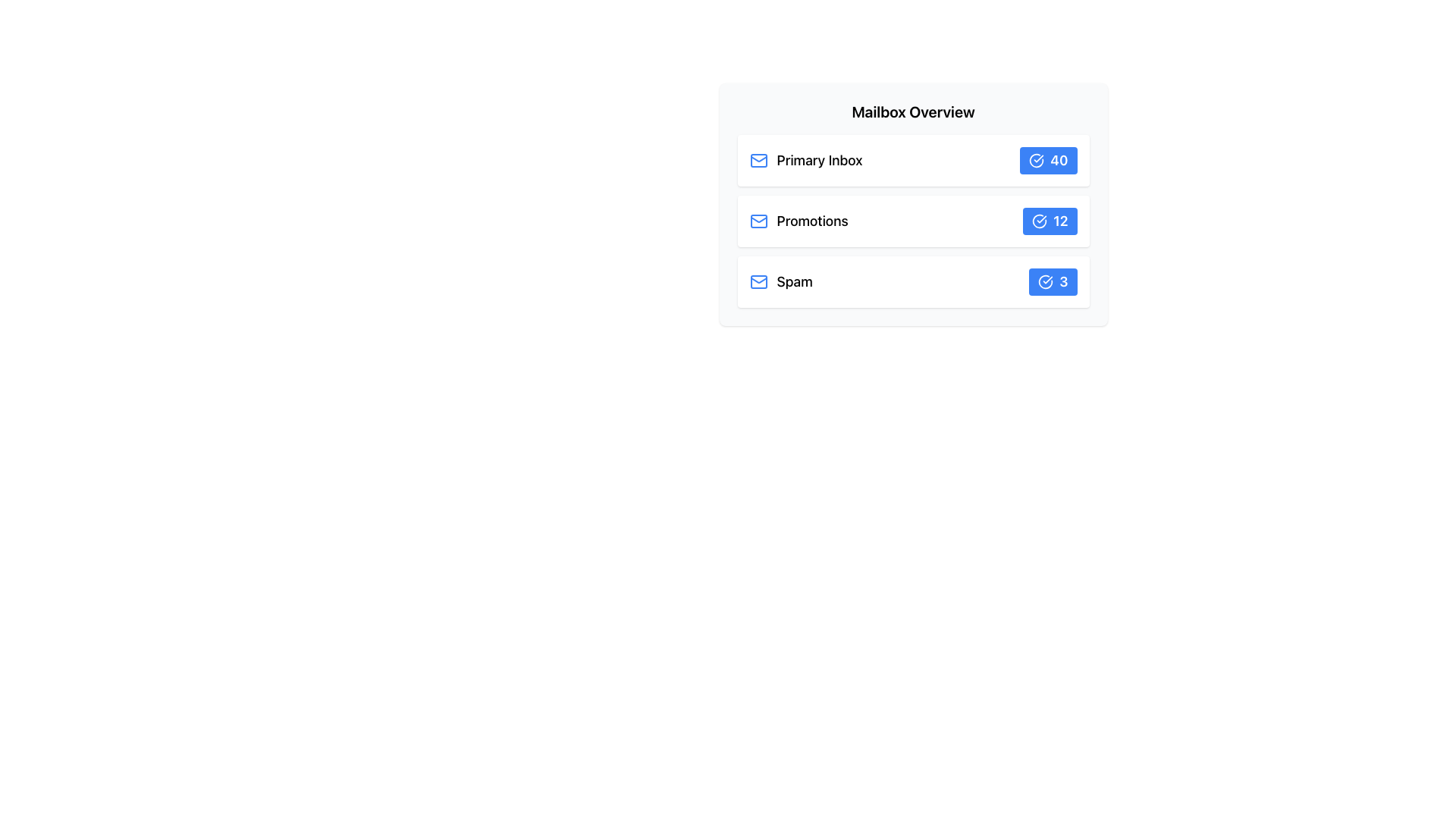  What do you see at coordinates (811, 221) in the screenshot?
I see `the 'Promotions' label, which is part of the second row in the vertical list layout, positioned between an envelope icon and a blue counter displaying '12'` at bounding box center [811, 221].